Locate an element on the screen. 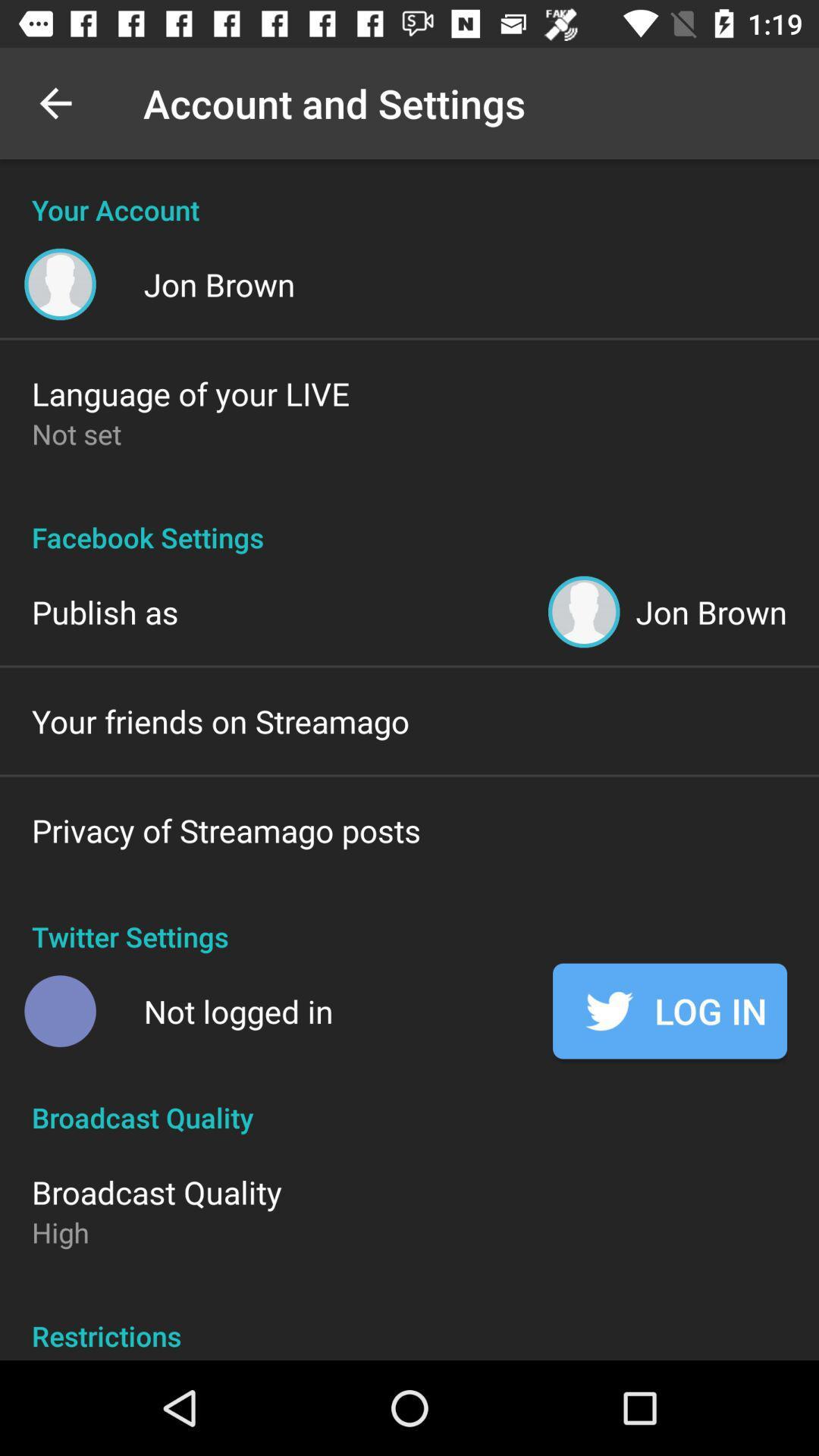 The height and width of the screenshot is (1456, 819). publish as is located at coordinates (104, 611).